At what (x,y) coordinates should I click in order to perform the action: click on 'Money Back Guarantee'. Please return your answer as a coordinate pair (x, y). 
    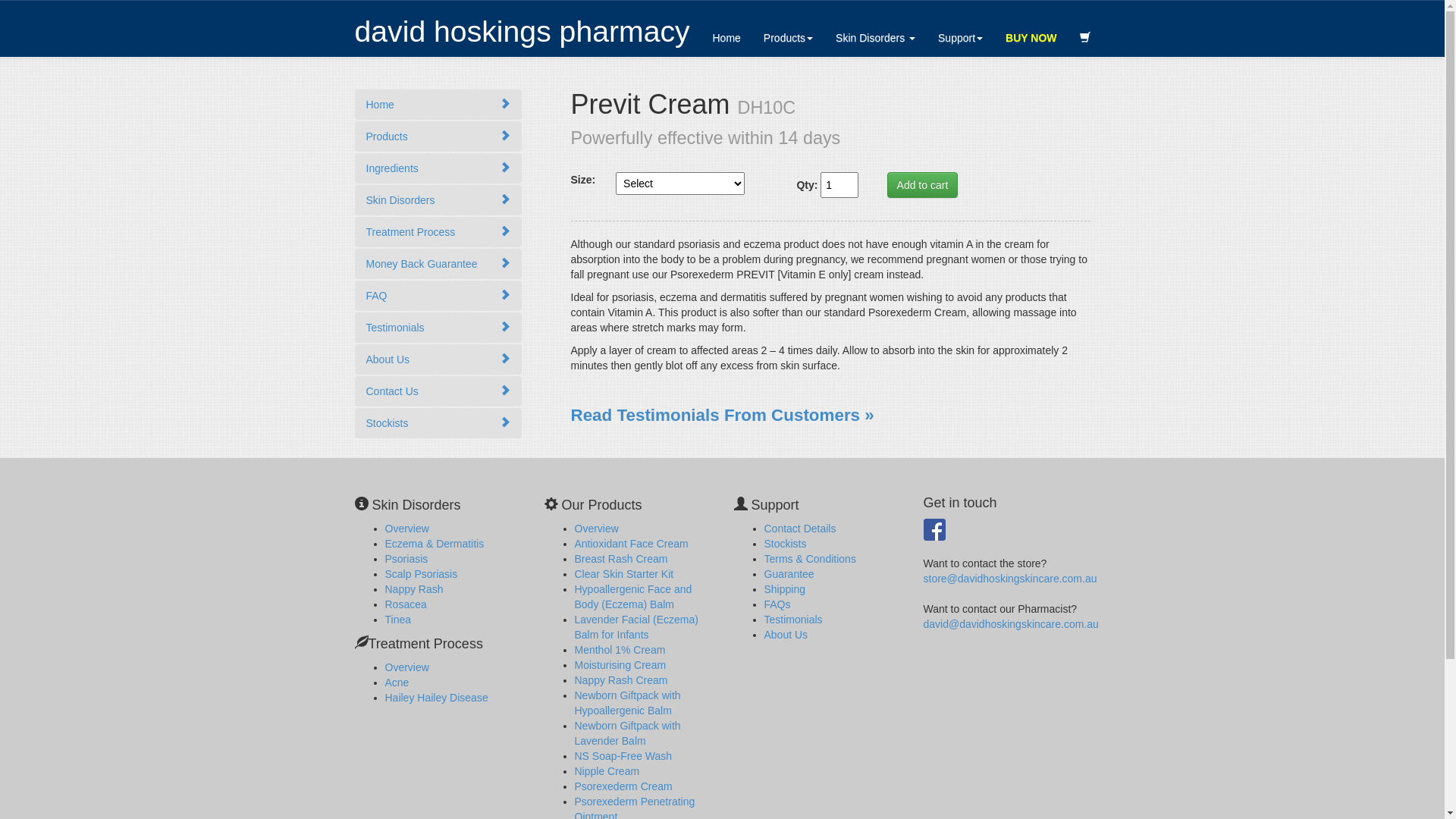
    Looking at the image, I should click on (437, 262).